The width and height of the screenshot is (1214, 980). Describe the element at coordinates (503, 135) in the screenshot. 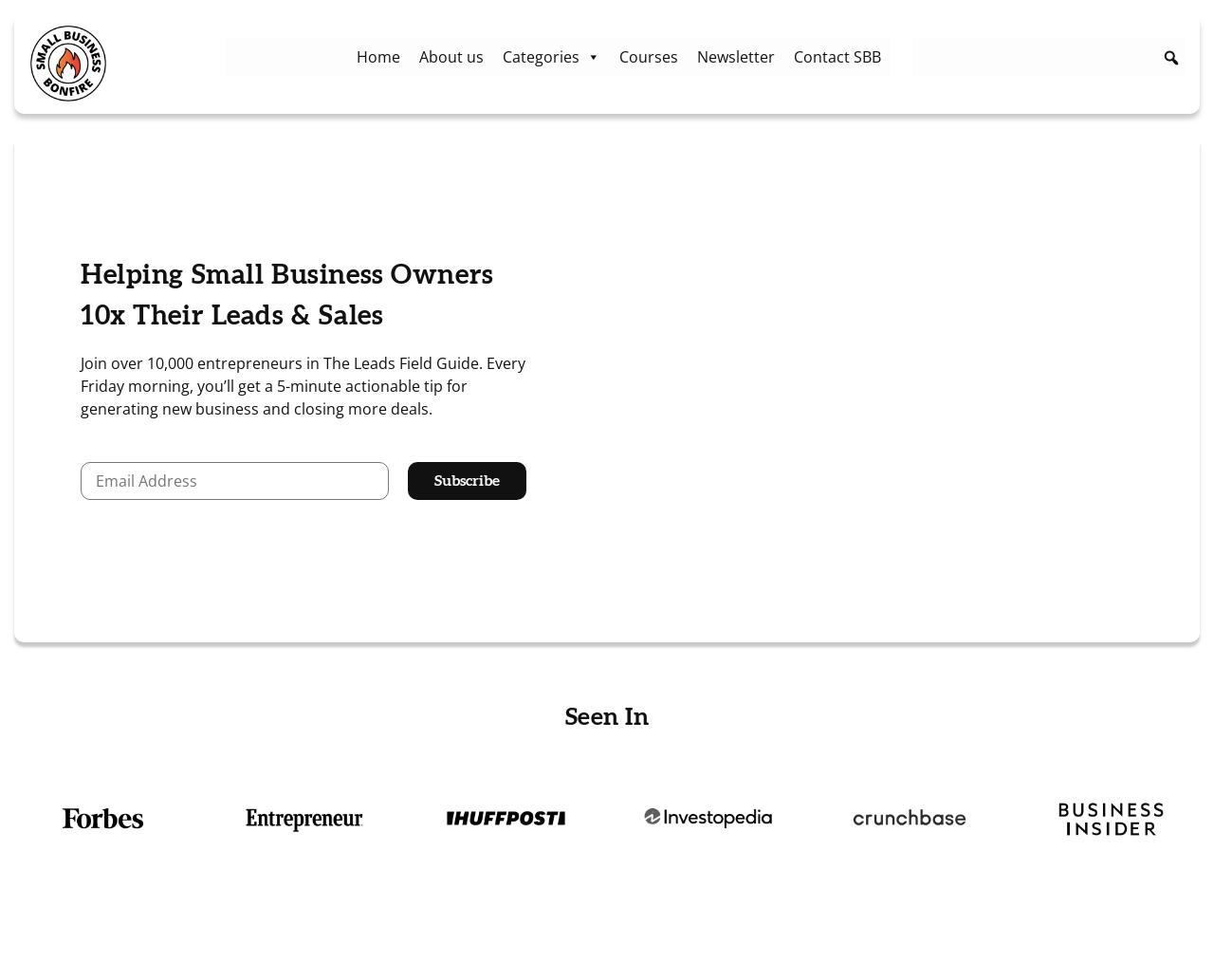

I see `'Marketing'` at that location.